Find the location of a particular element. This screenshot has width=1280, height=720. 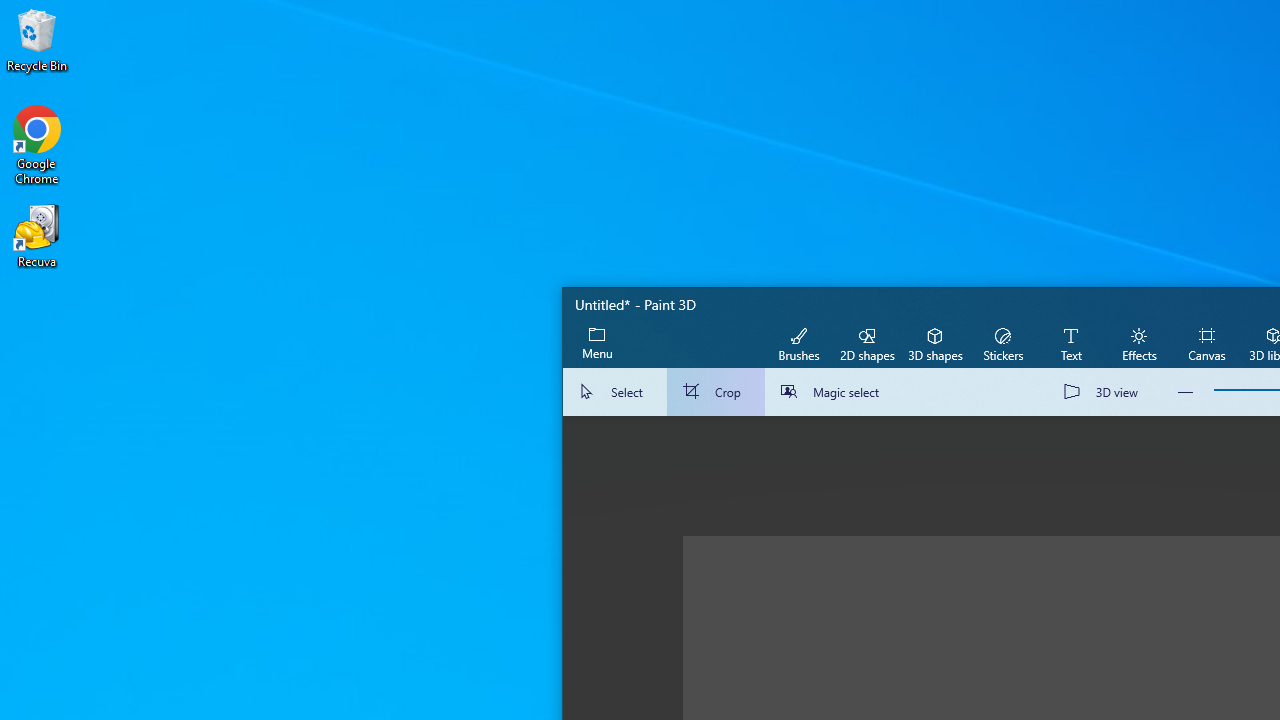

'Select' is located at coordinates (614, 392).